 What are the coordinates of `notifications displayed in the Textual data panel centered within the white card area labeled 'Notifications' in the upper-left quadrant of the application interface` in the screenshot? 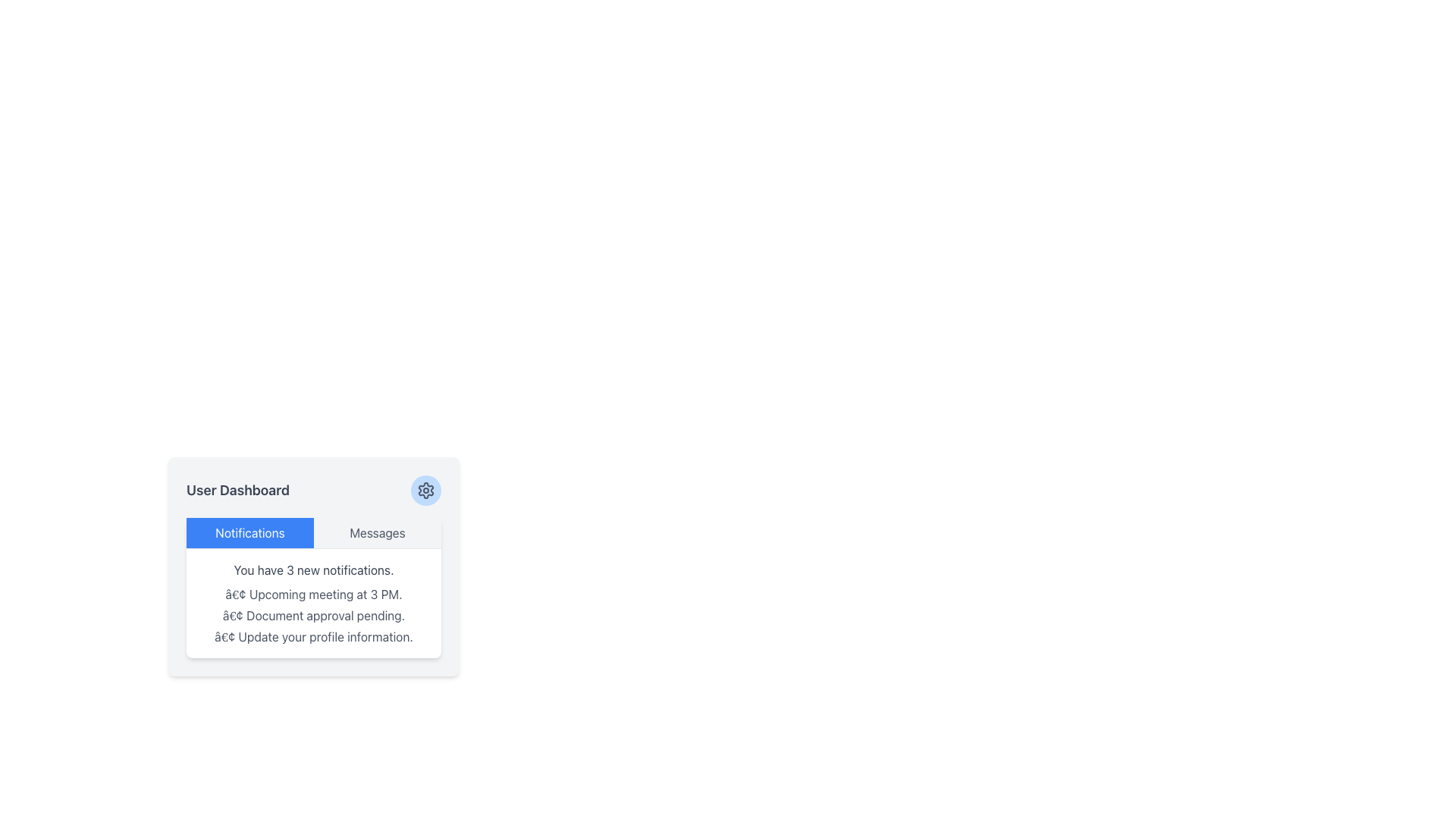 It's located at (312, 602).